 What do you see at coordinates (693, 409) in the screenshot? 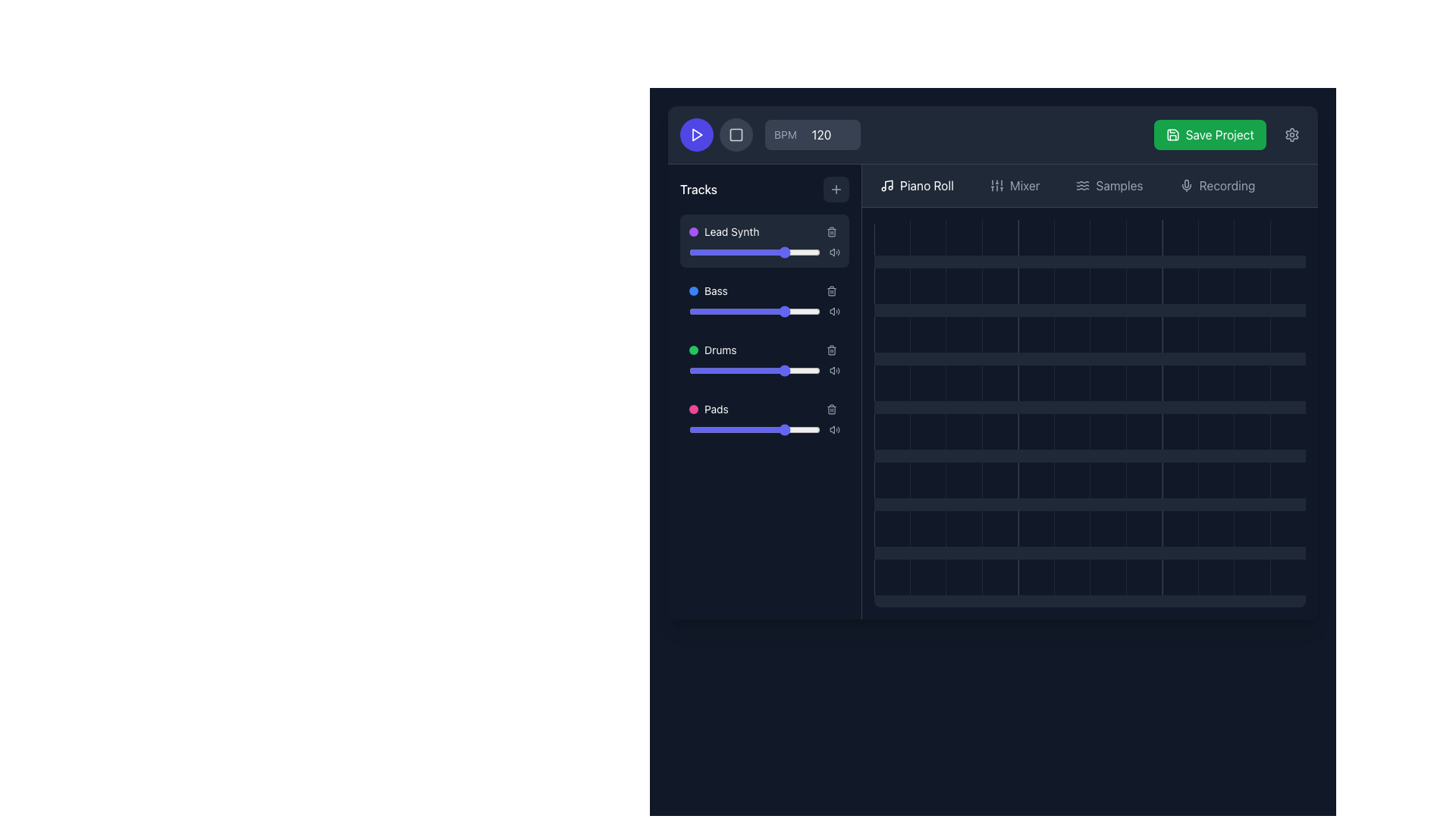
I see `the small circular pink marker located to the left of the text label 'Pads' in the fourth row of the track list` at bounding box center [693, 409].